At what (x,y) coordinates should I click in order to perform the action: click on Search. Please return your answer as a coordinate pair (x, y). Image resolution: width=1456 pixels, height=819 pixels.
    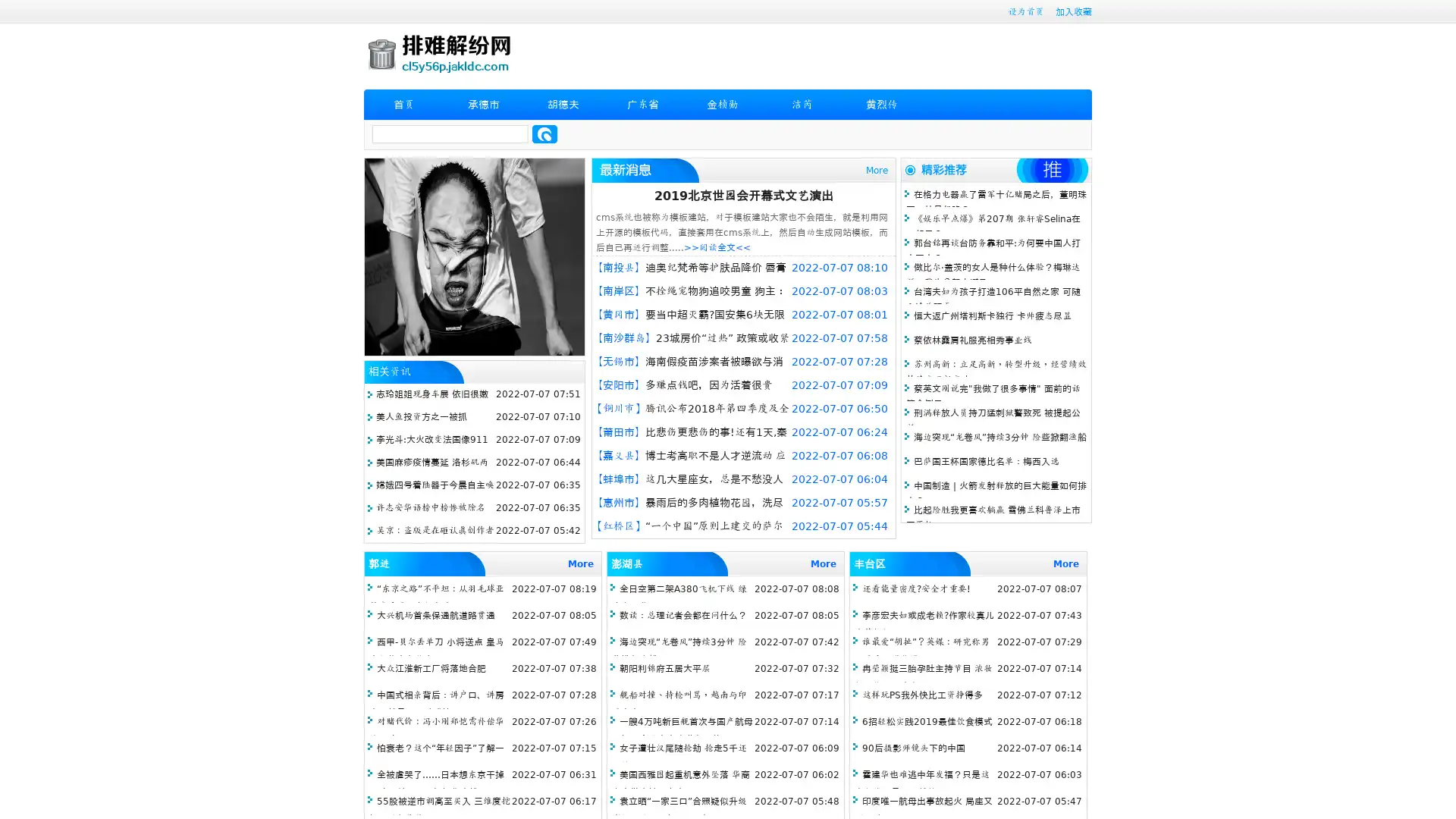
    Looking at the image, I should click on (544, 133).